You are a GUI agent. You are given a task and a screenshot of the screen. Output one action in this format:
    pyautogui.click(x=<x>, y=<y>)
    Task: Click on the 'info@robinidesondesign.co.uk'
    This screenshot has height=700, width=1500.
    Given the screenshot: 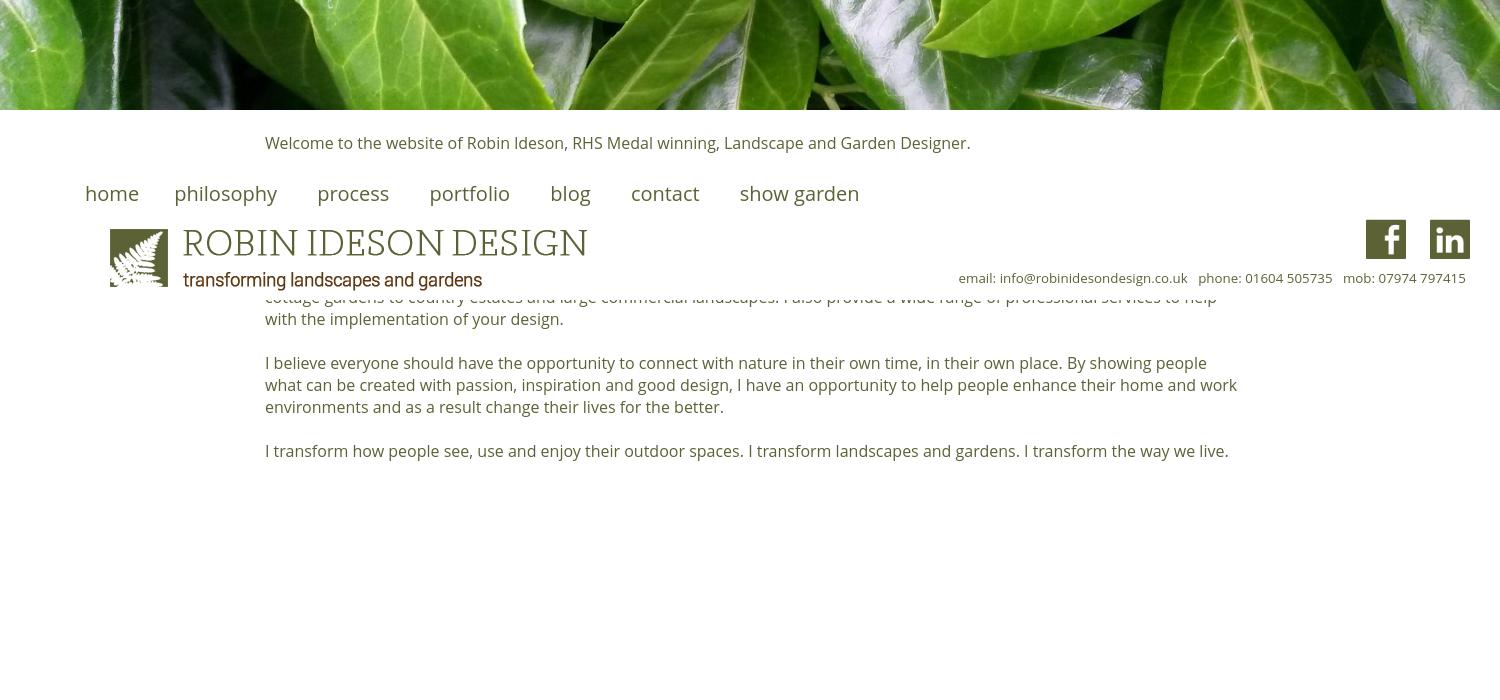 What is the action you would take?
    pyautogui.click(x=1092, y=277)
    